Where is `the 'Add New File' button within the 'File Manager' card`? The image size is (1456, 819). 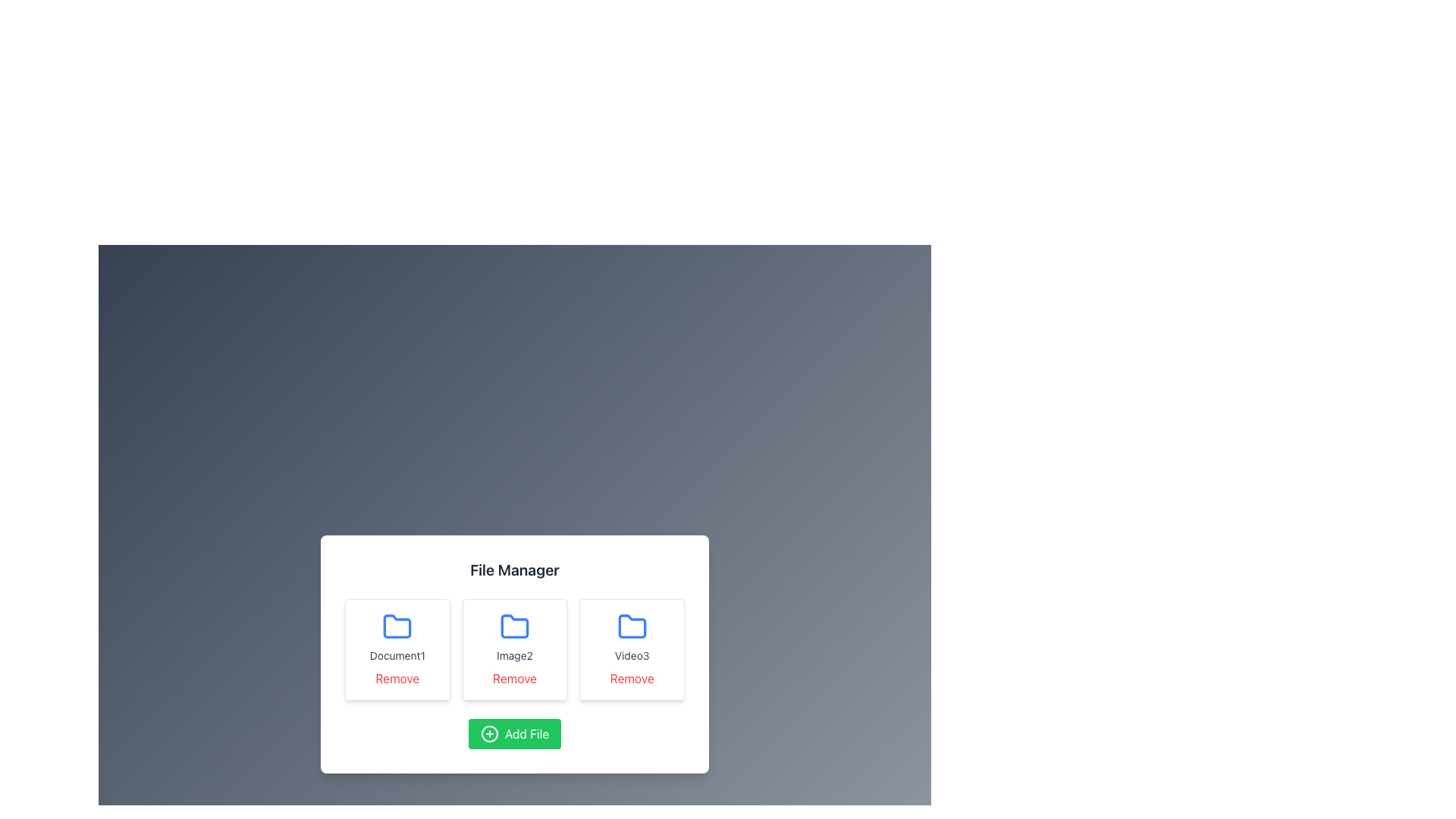
the 'Add New File' button within the 'File Manager' card is located at coordinates (514, 733).